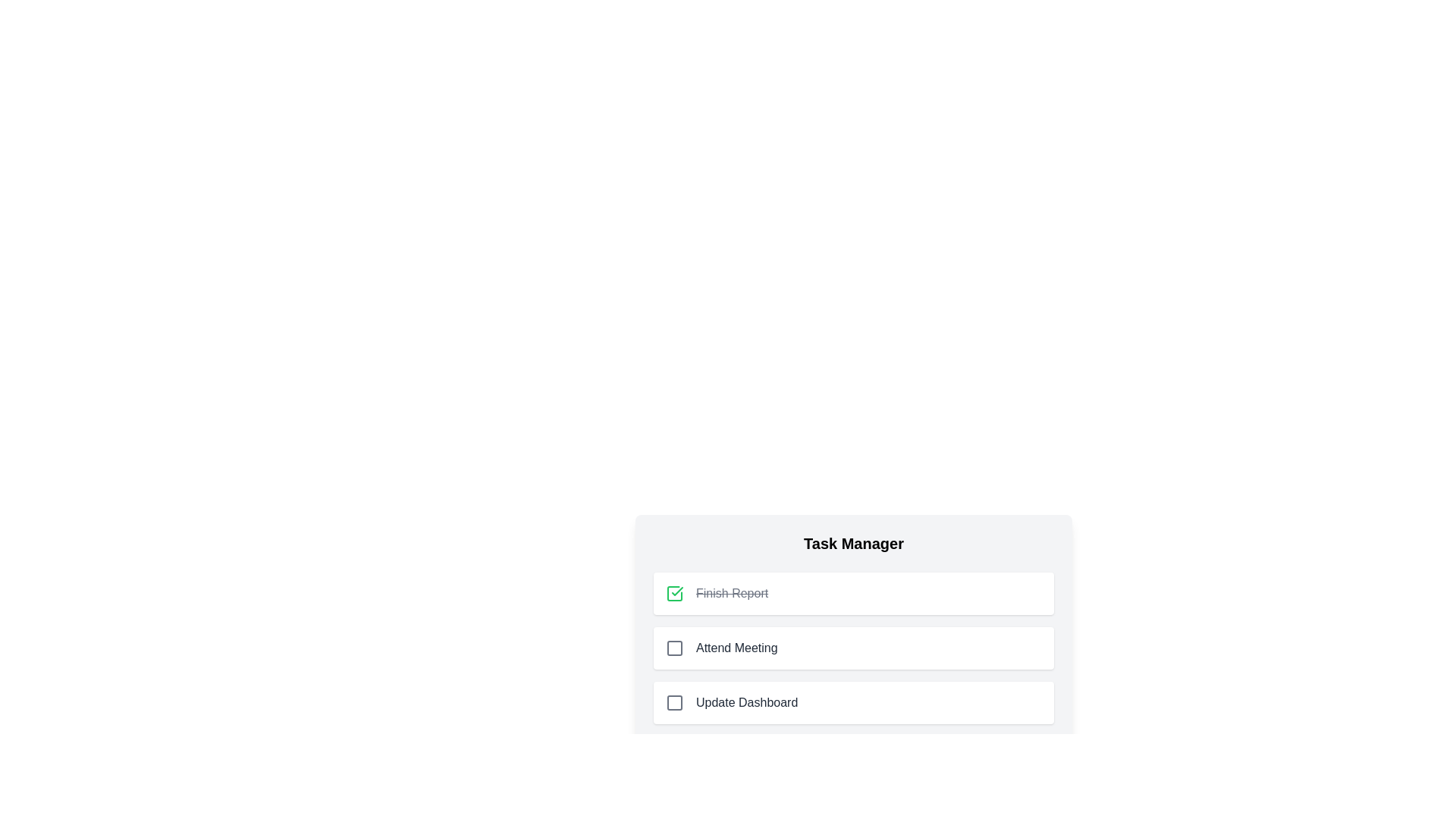  I want to click on the checkbox indicator for the 'Finish Report' task, so click(673, 593).